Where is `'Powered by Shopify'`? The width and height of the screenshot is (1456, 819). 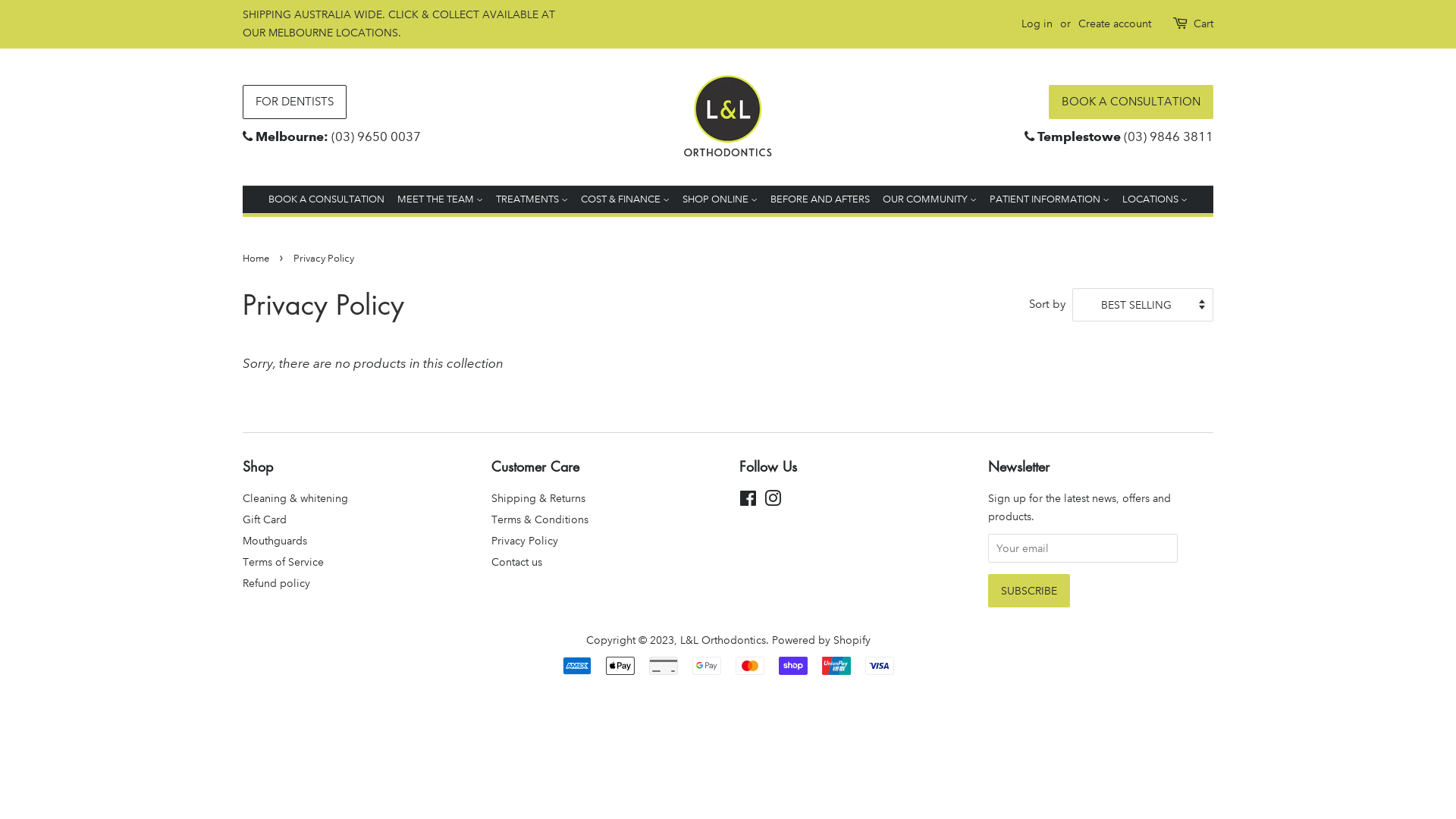 'Powered by Shopify' is located at coordinates (821, 640).